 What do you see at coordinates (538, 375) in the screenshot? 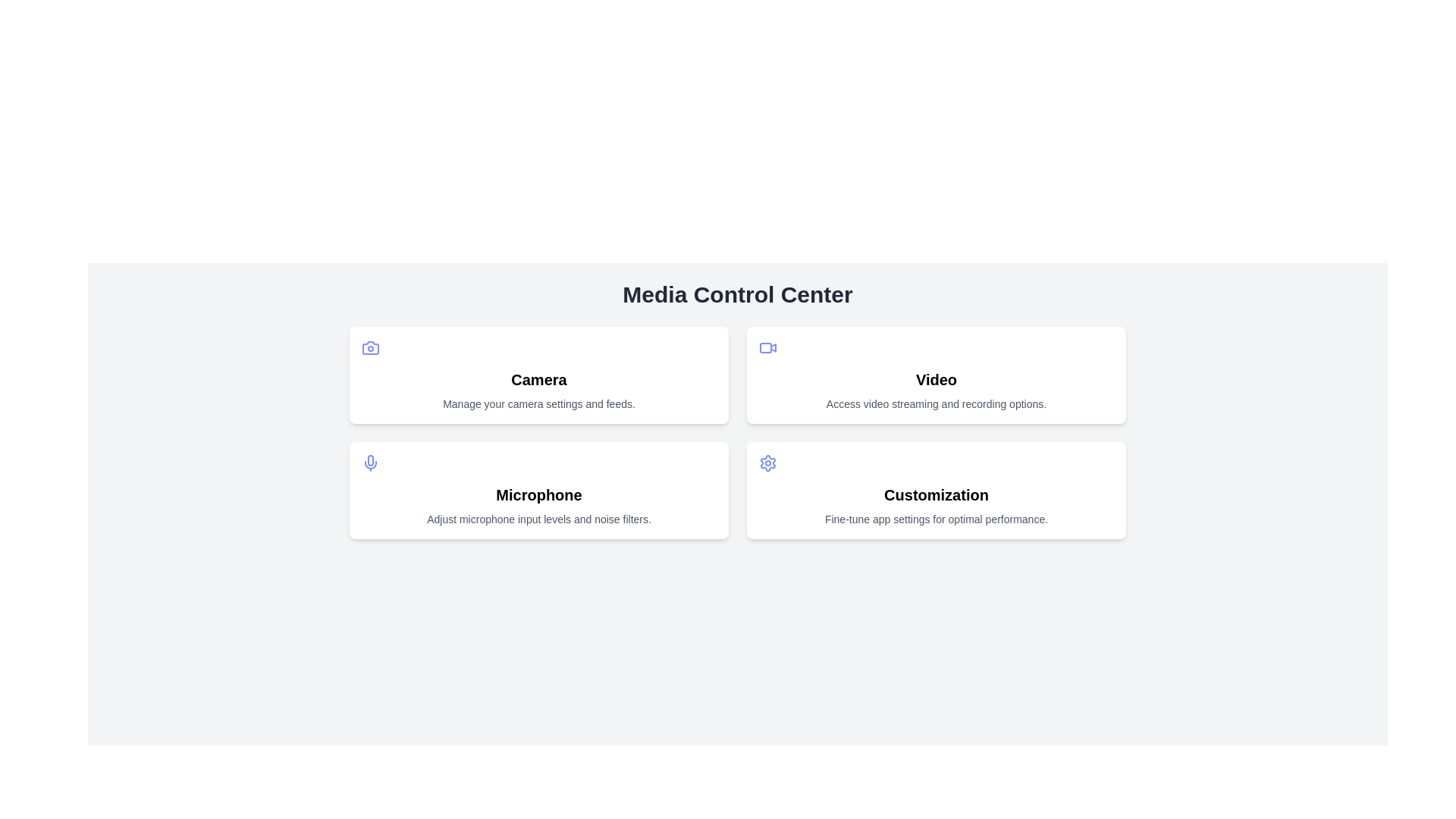
I see `the top-left card in the grid that provides access to camera settings` at bounding box center [538, 375].